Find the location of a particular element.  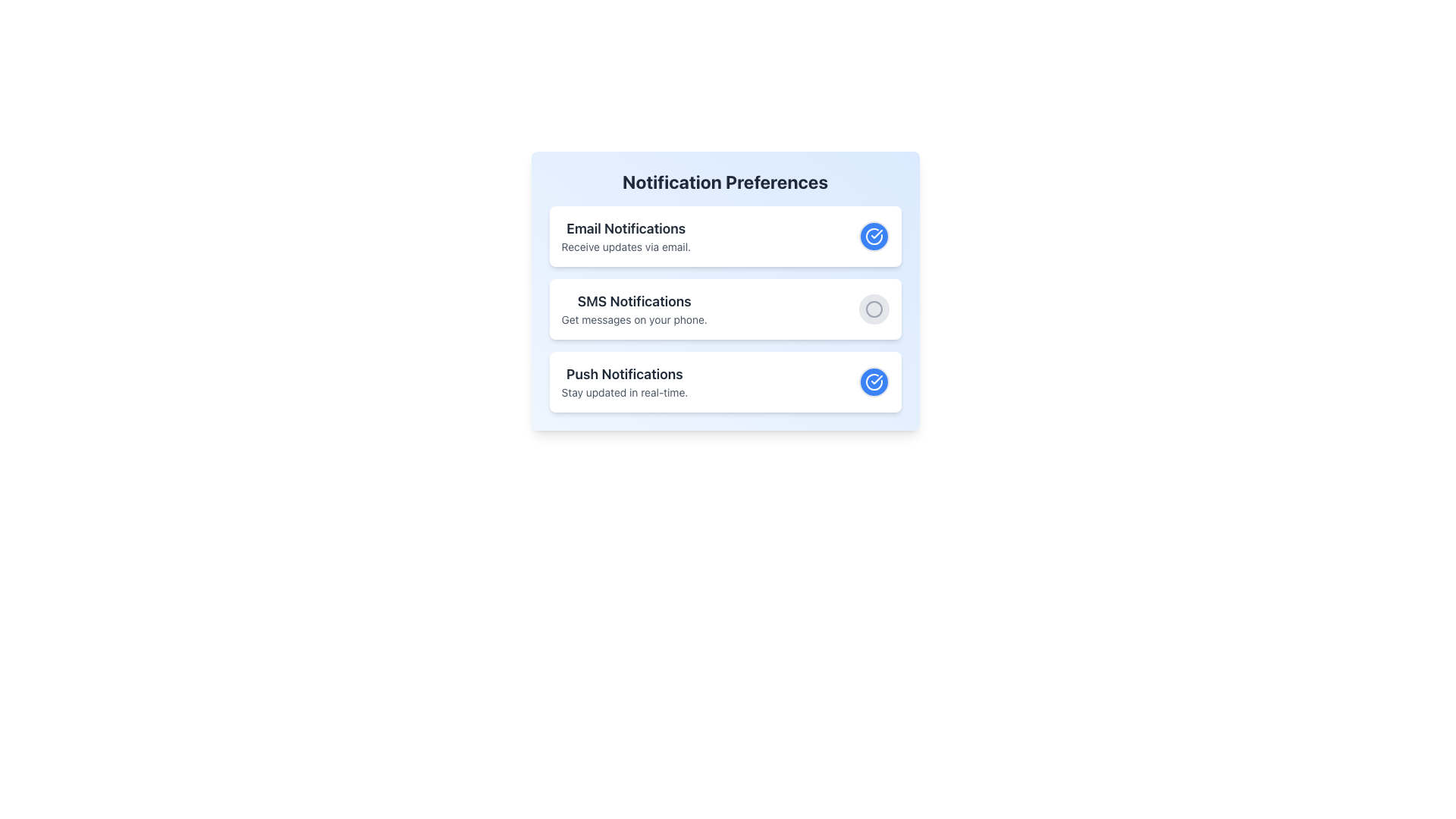

the small-sized text displaying 'Receive updates via email.' which is positioned beneath the bold title 'Email Notifications' in the 'Notification Preferences' section is located at coordinates (626, 246).